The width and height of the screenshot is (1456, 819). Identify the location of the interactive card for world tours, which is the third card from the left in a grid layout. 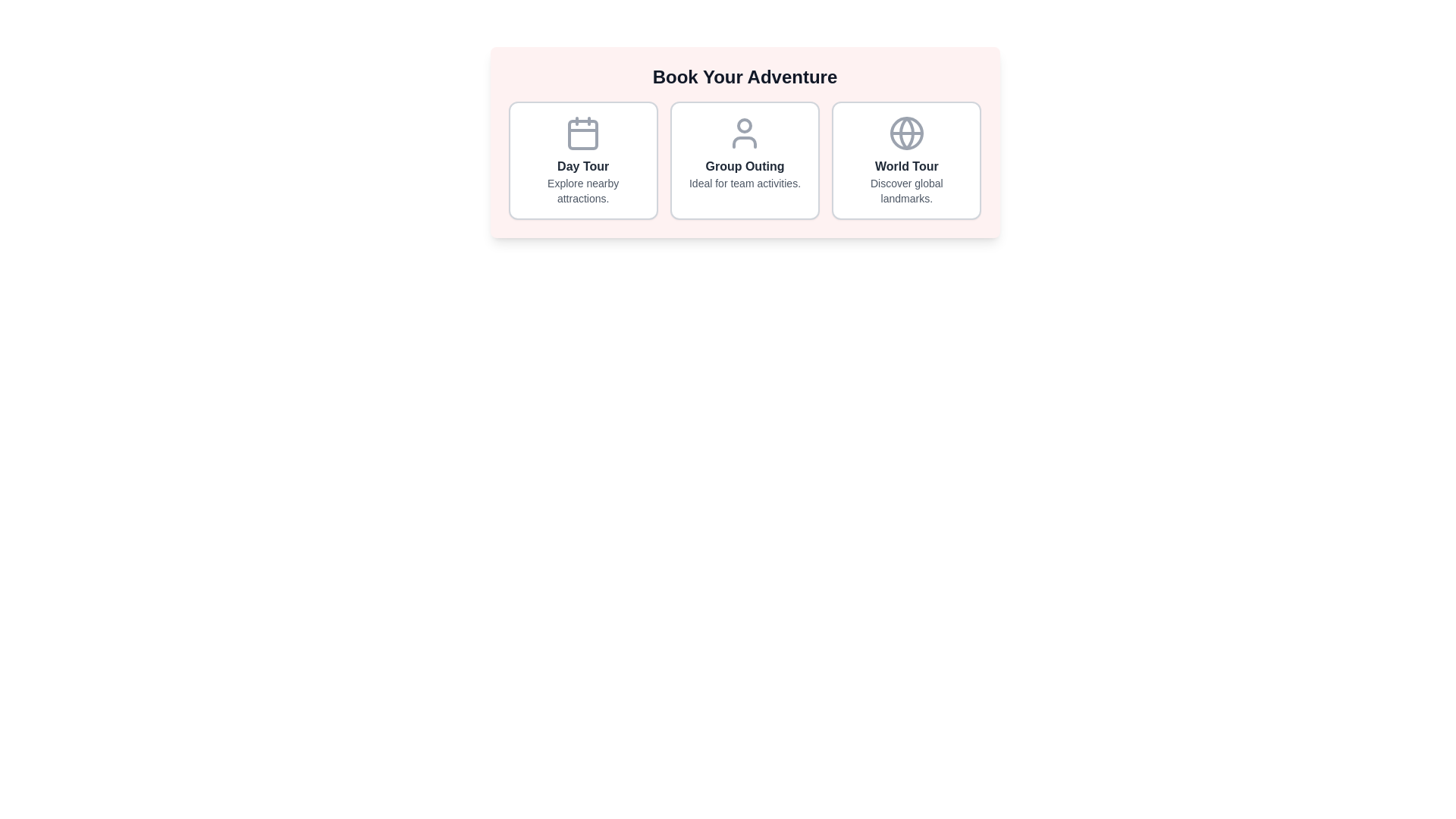
(906, 161).